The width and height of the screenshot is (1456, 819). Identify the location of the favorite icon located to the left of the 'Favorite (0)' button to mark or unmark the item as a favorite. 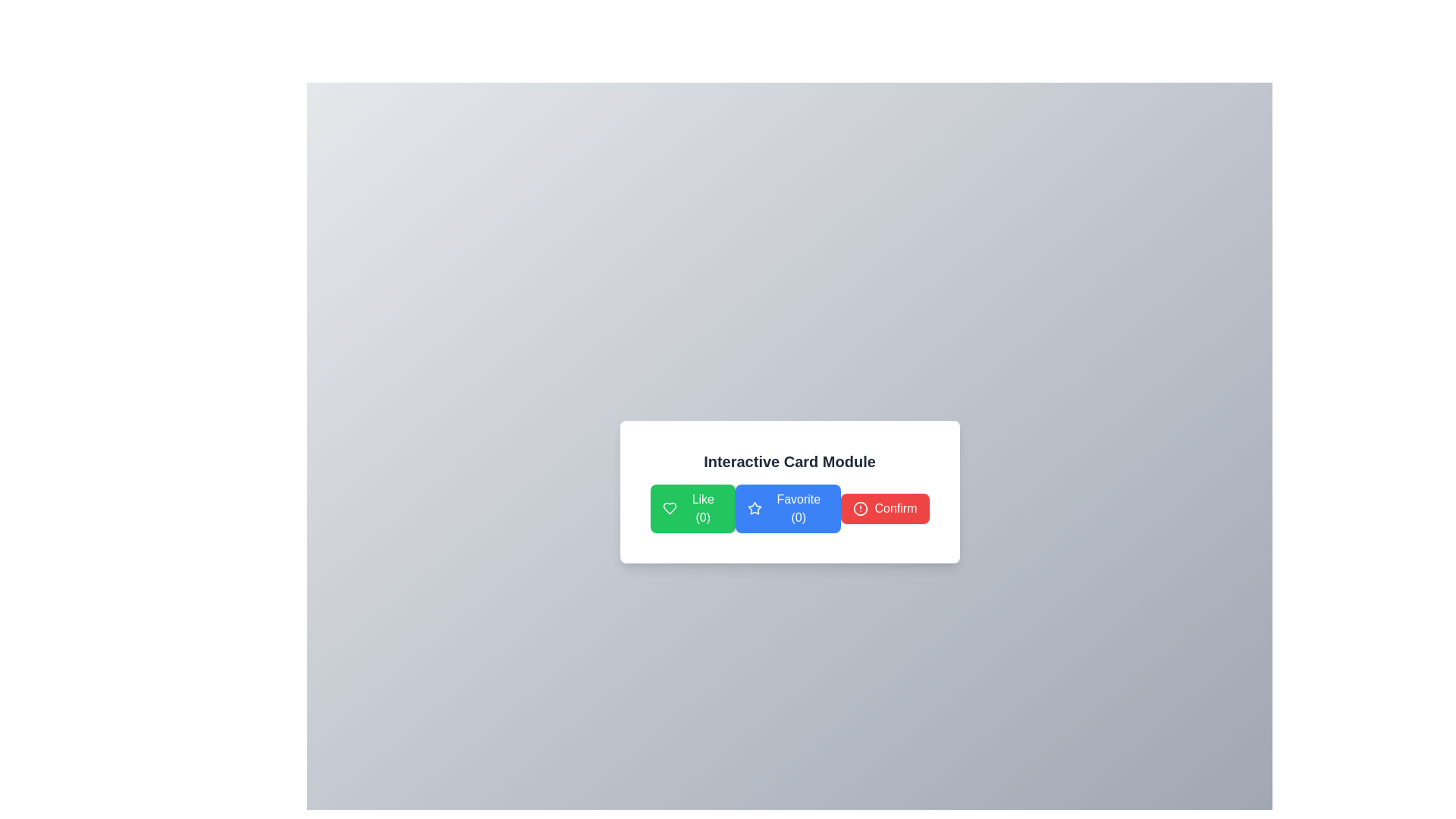
(755, 509).